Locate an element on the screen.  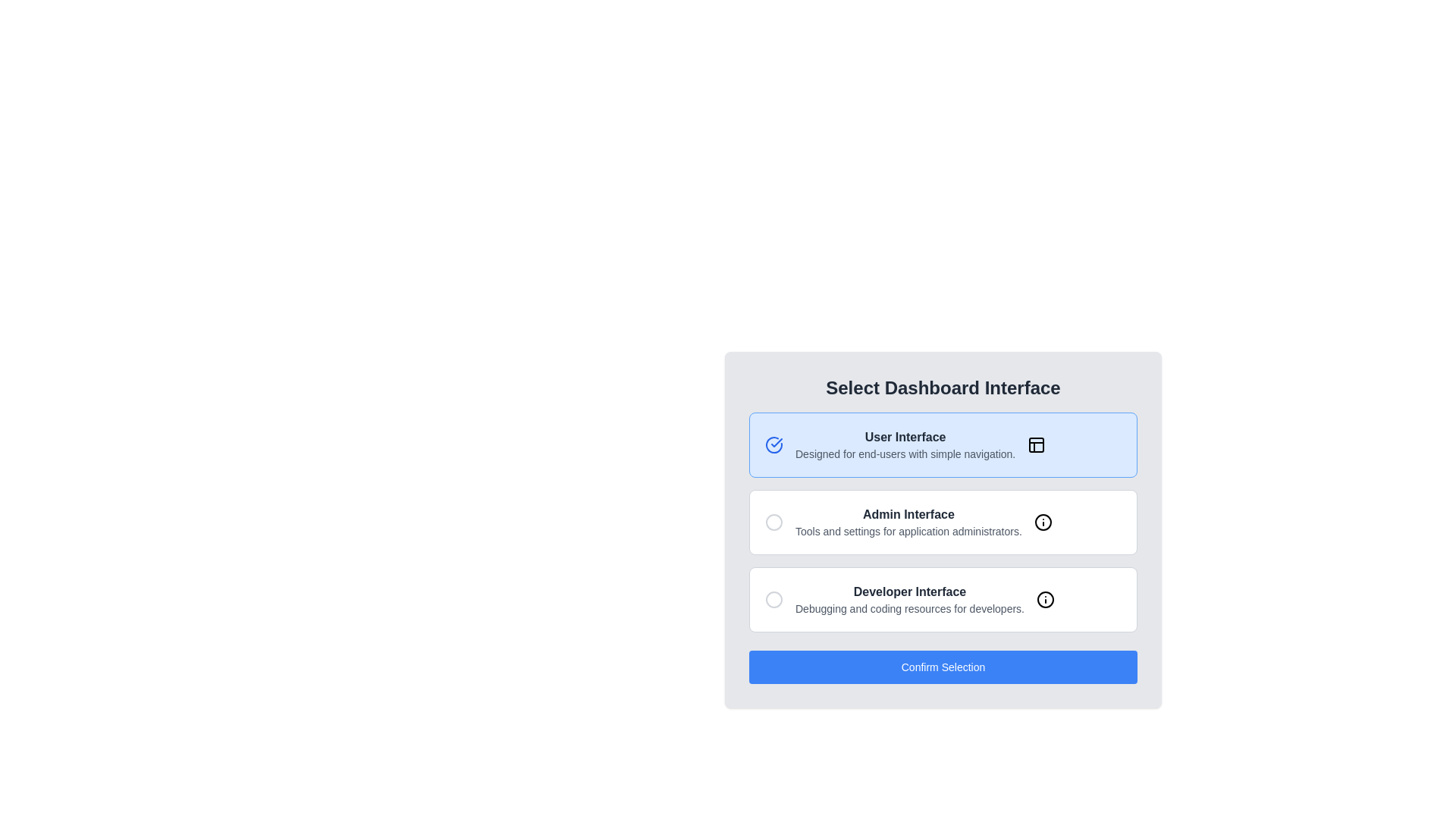
the 'User Interface' selection button, which is the first card in a vertical list of options is located at coordinates (942, 444).